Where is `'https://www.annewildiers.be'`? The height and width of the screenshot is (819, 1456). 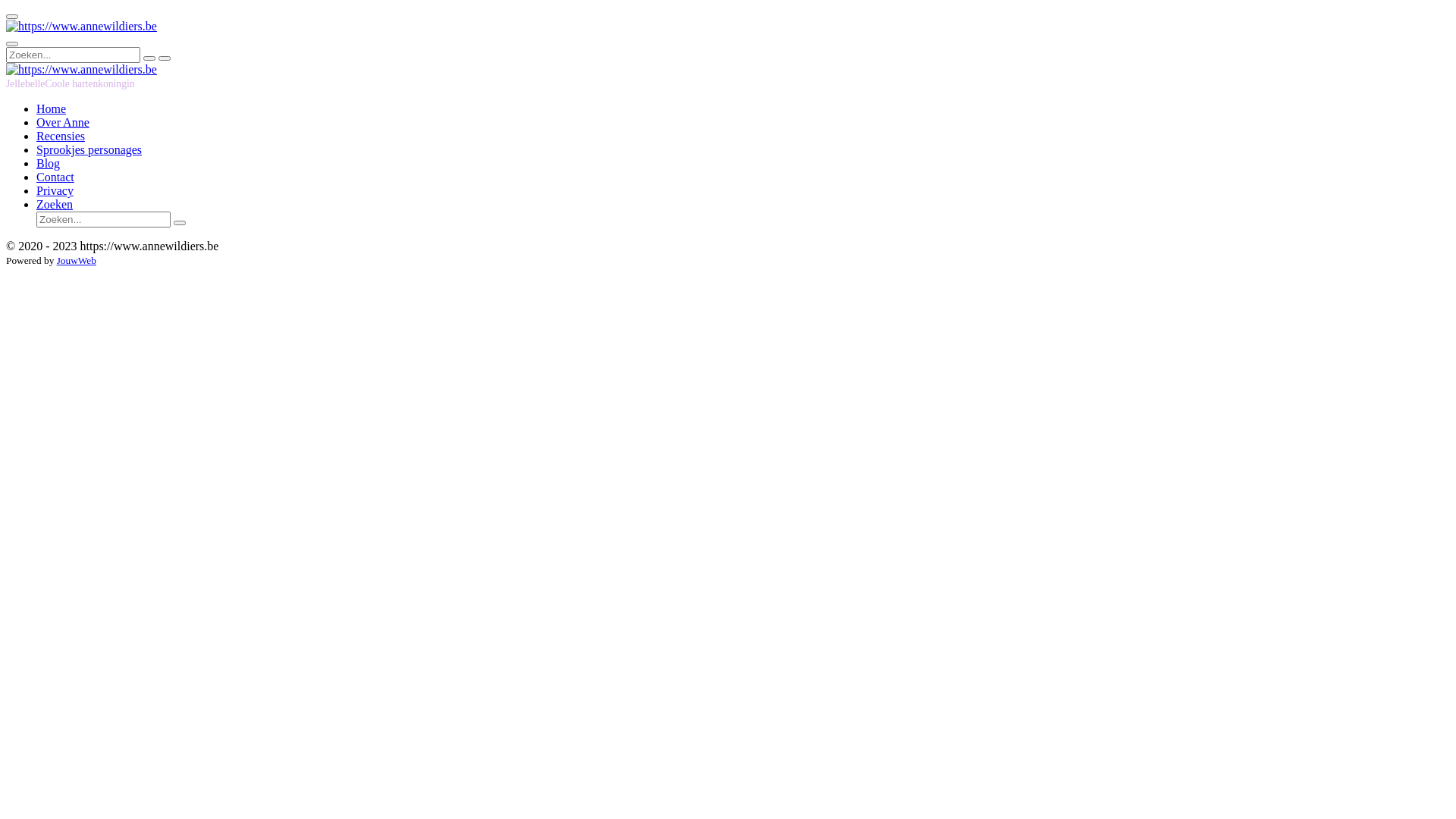
'https://www.annewildiers.be' is located at coordinates (6, 70).